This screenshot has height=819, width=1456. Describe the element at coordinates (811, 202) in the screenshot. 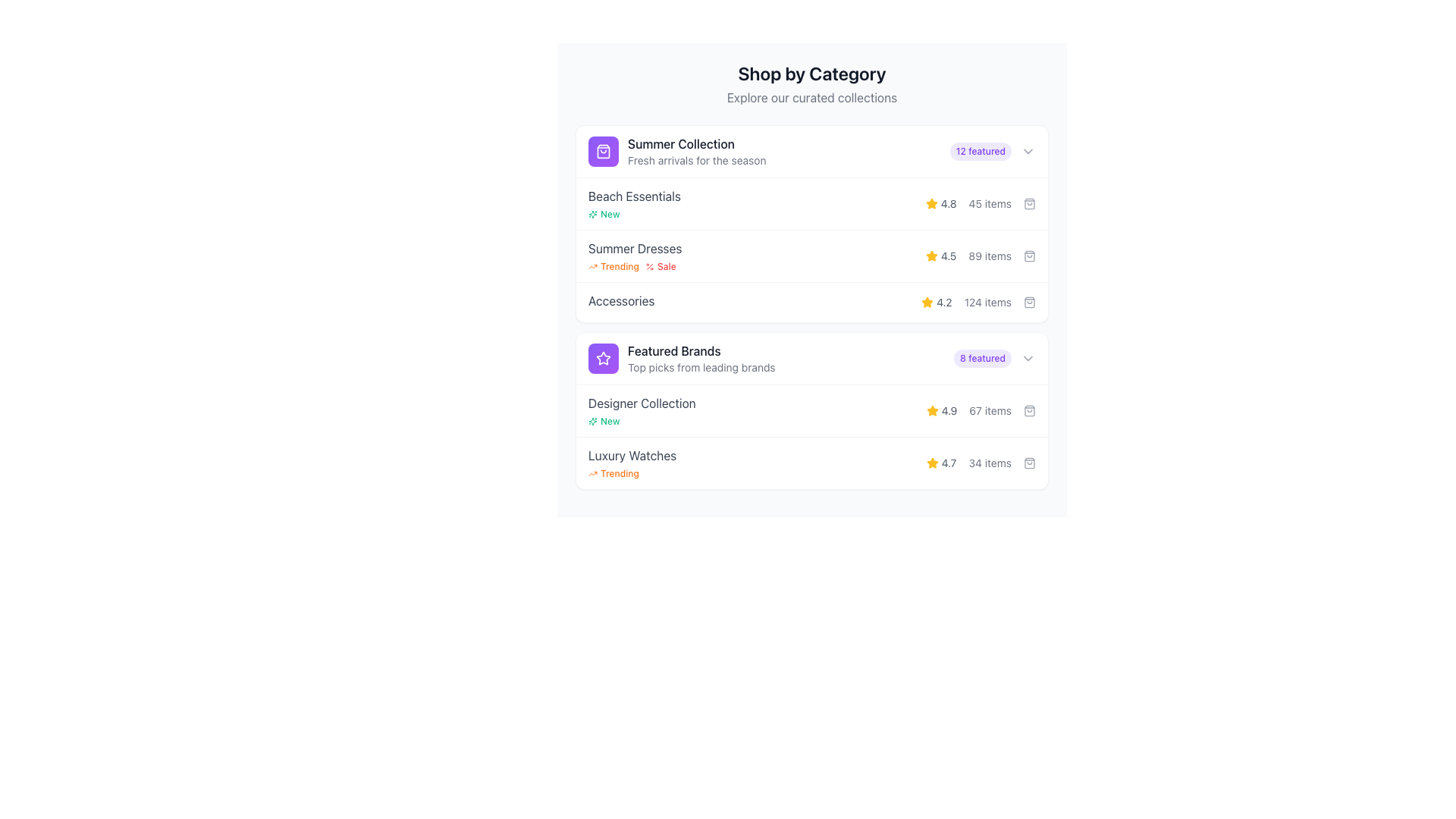

I see `the 'Beach Essentials' category list item located under the 'Shop by Category' section, specifically the second item in the vertical list` at that location.